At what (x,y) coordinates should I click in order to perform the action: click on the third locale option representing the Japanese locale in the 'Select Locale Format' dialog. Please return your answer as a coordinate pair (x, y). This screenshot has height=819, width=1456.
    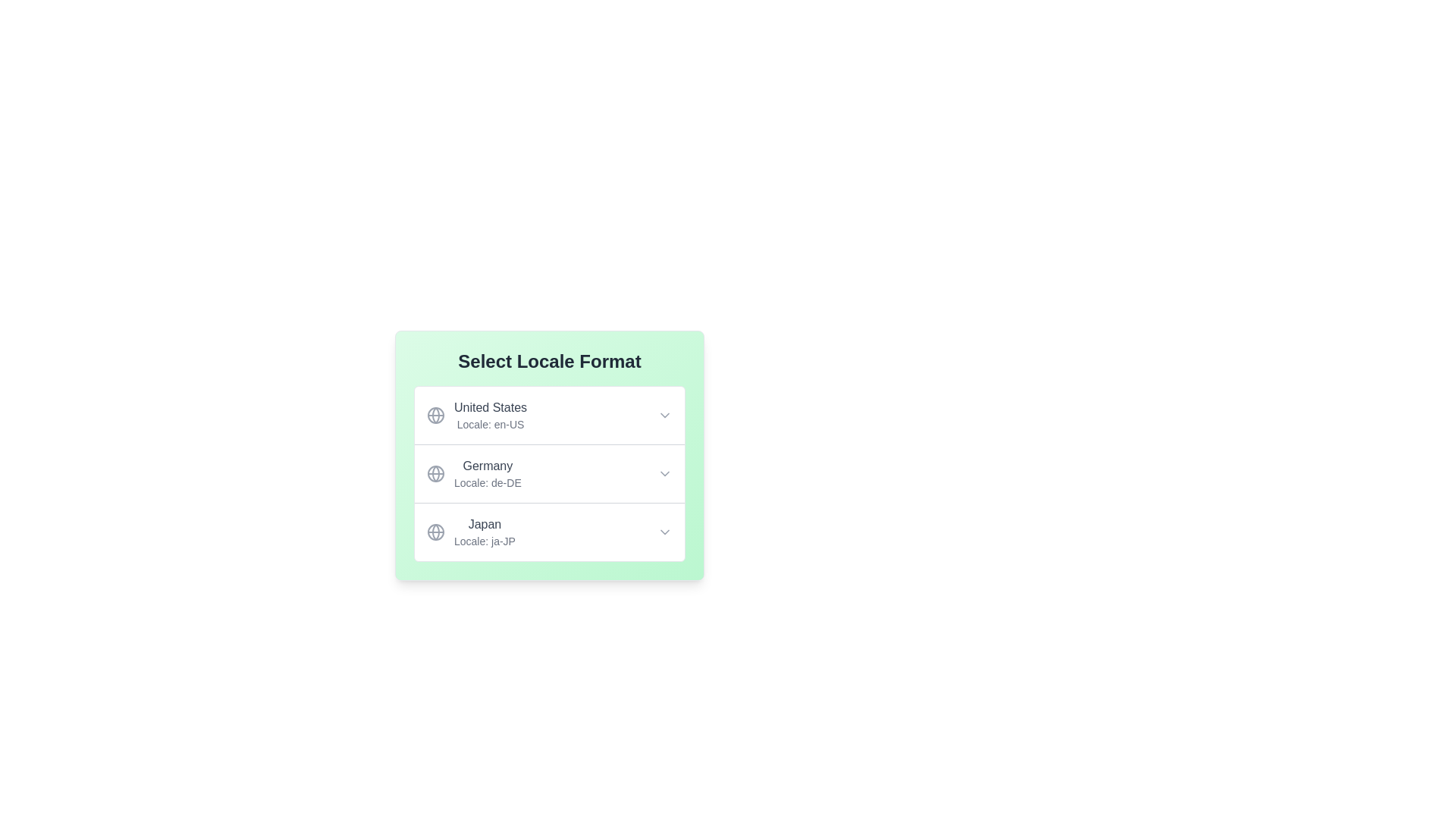
    Looking at the image, I should click on (470, 532).